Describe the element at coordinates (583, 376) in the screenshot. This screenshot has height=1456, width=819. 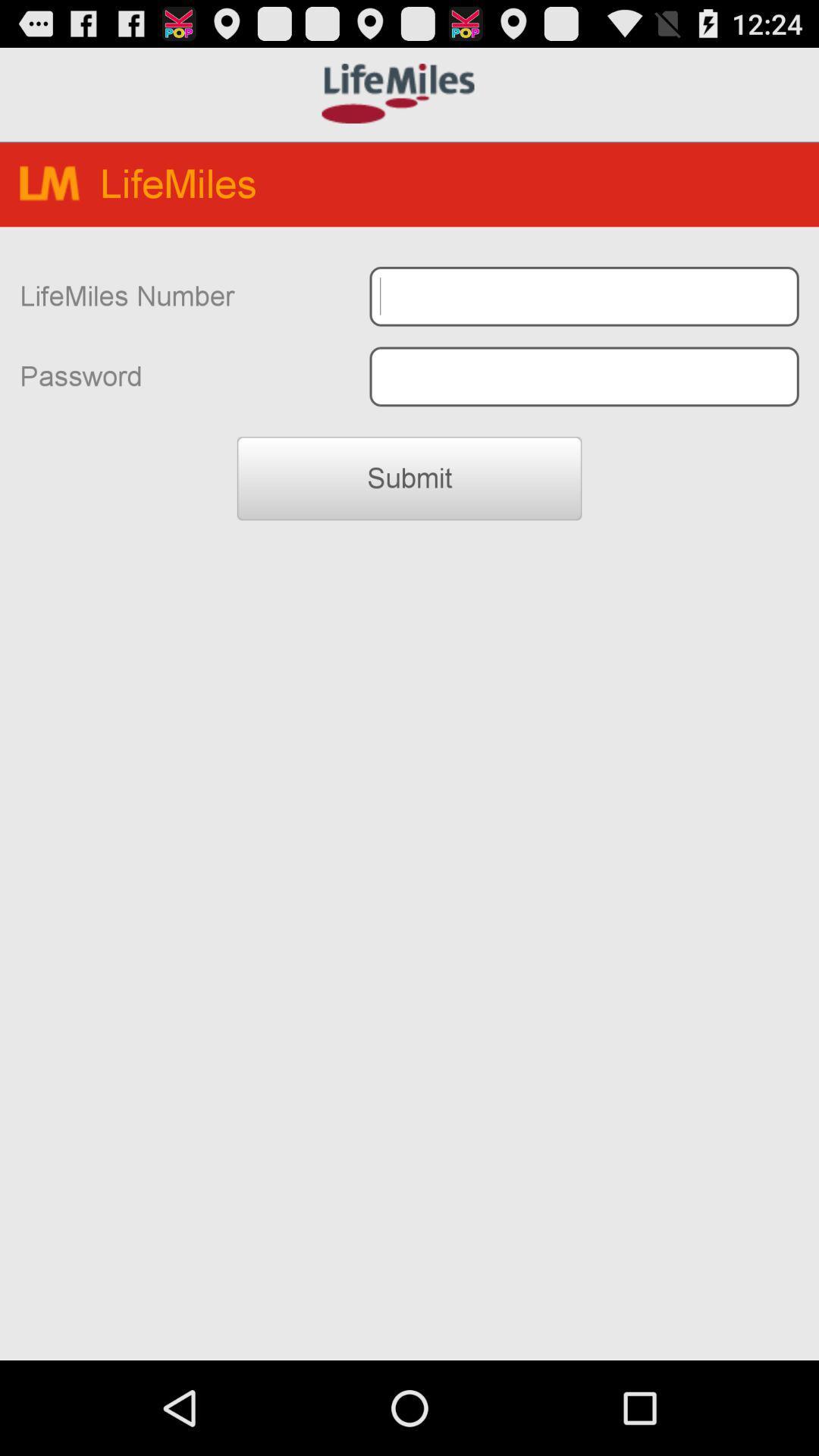
I see `password` at that location.